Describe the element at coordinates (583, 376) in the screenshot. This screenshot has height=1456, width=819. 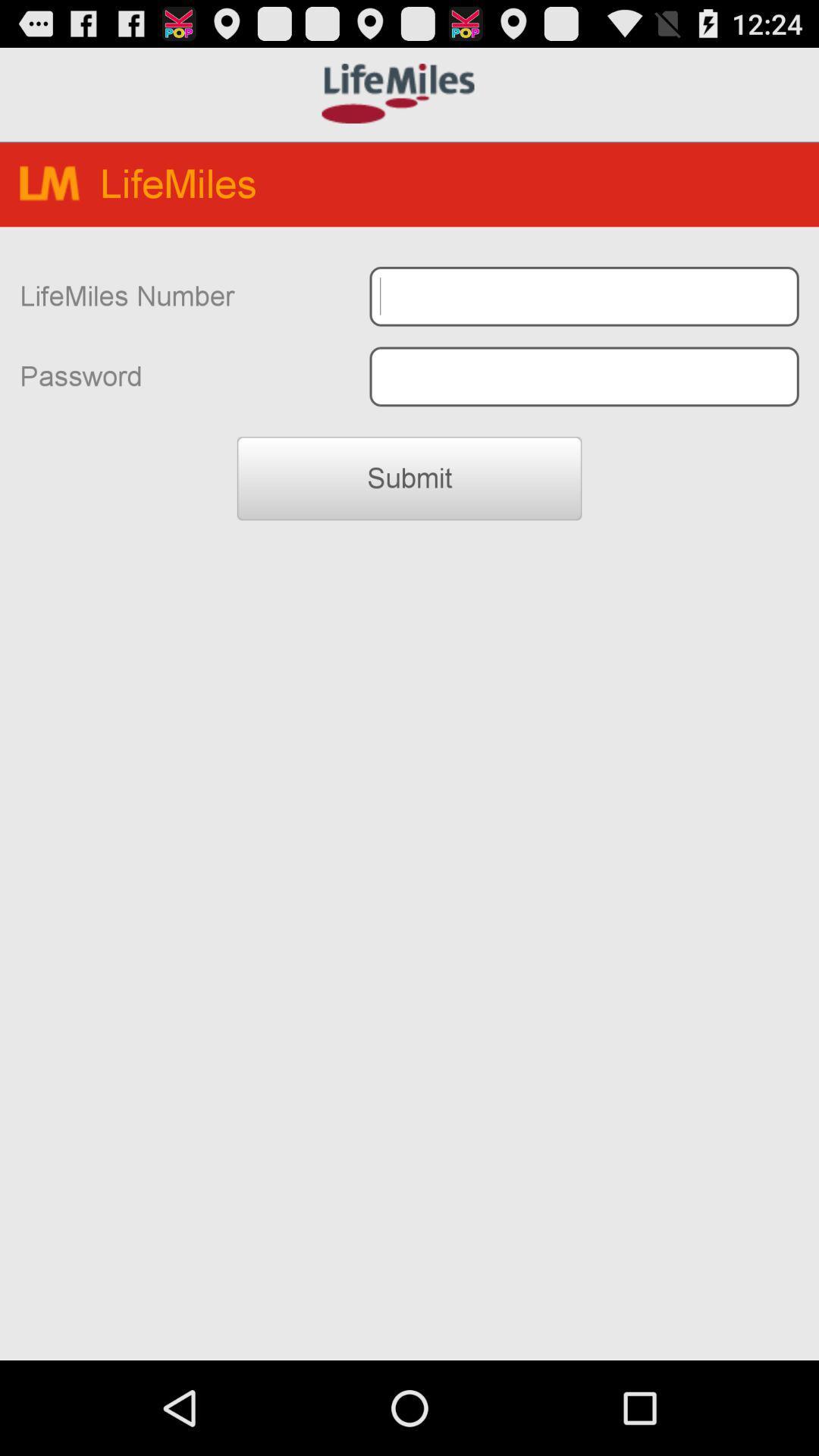
I see `password` at that location.